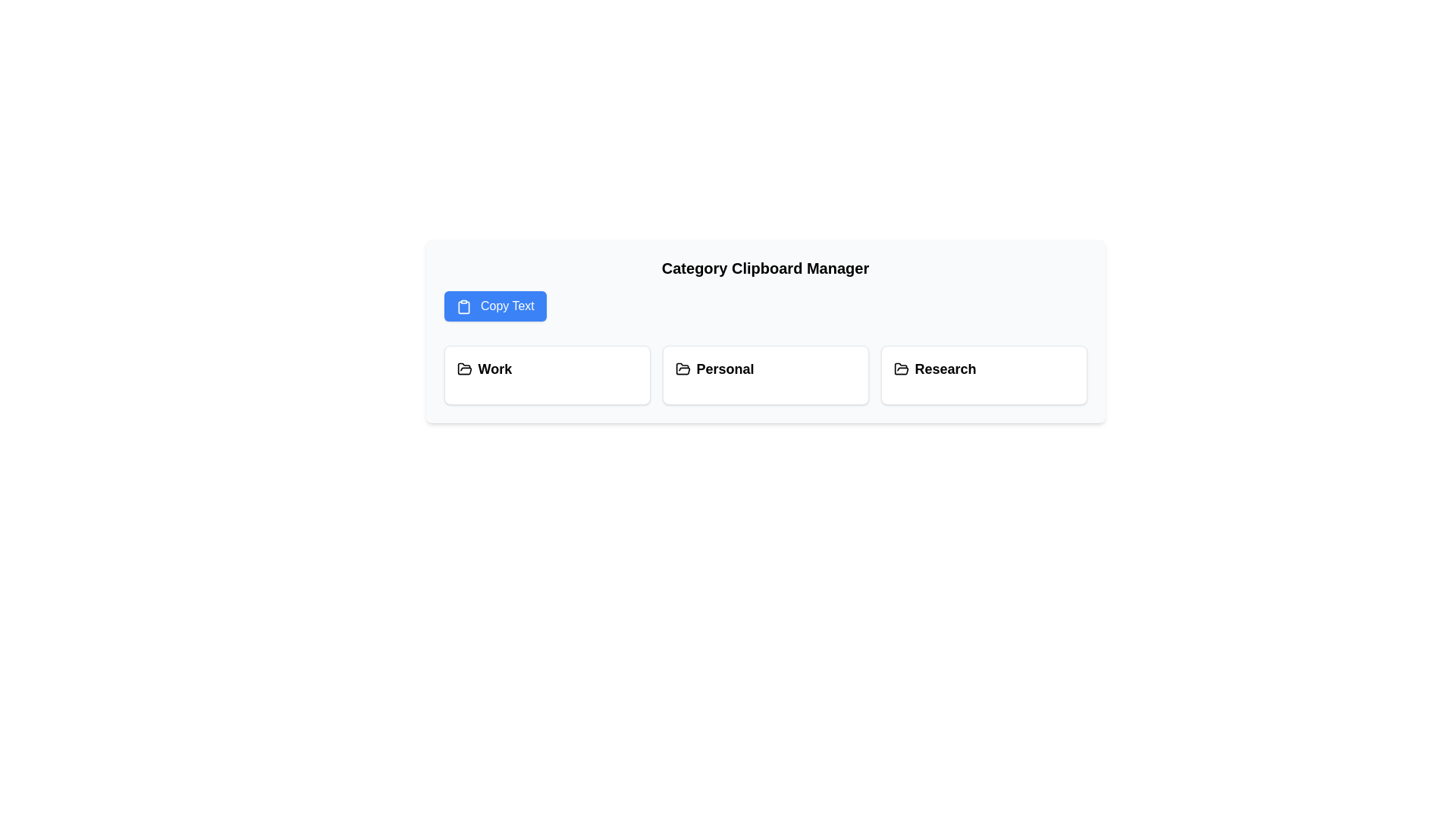  I want to click on the 'Personal' folder icon, which is a minimal SVG icon located to the left of the 'Personal' label, so click(682, 369).